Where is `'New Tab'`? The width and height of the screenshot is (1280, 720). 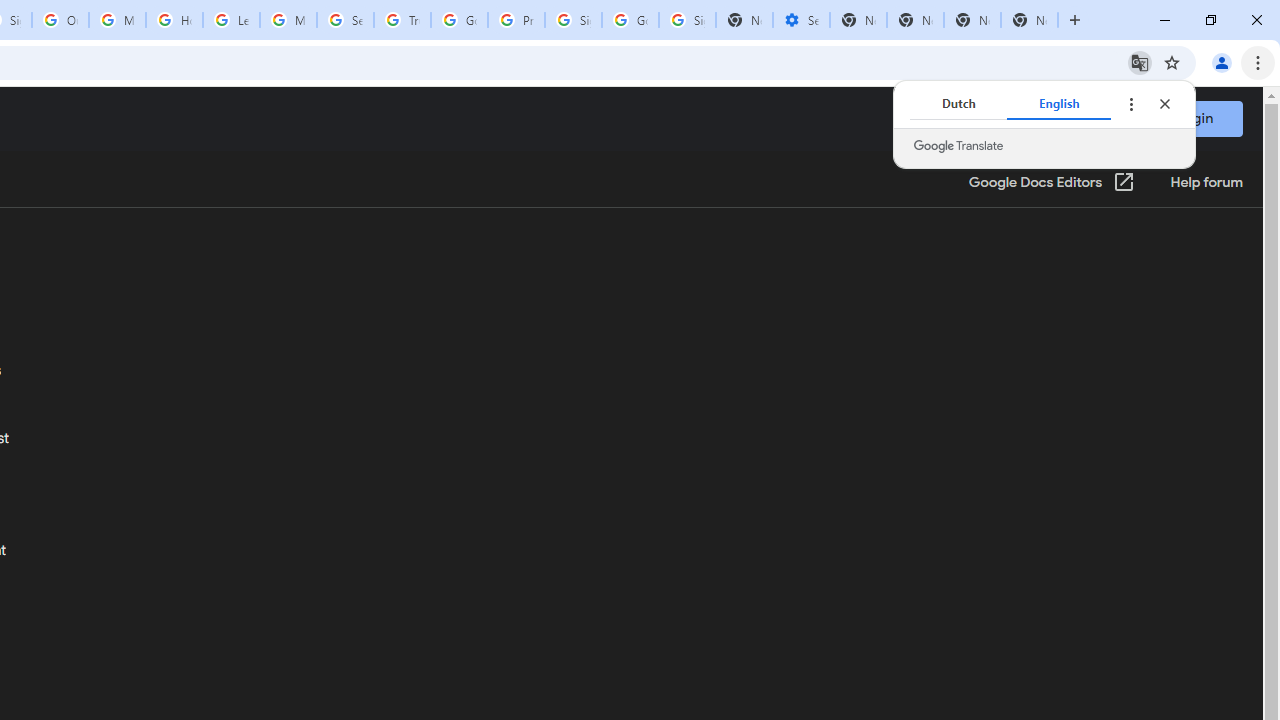
'New Tab' is located at coordinates (1029, 20).